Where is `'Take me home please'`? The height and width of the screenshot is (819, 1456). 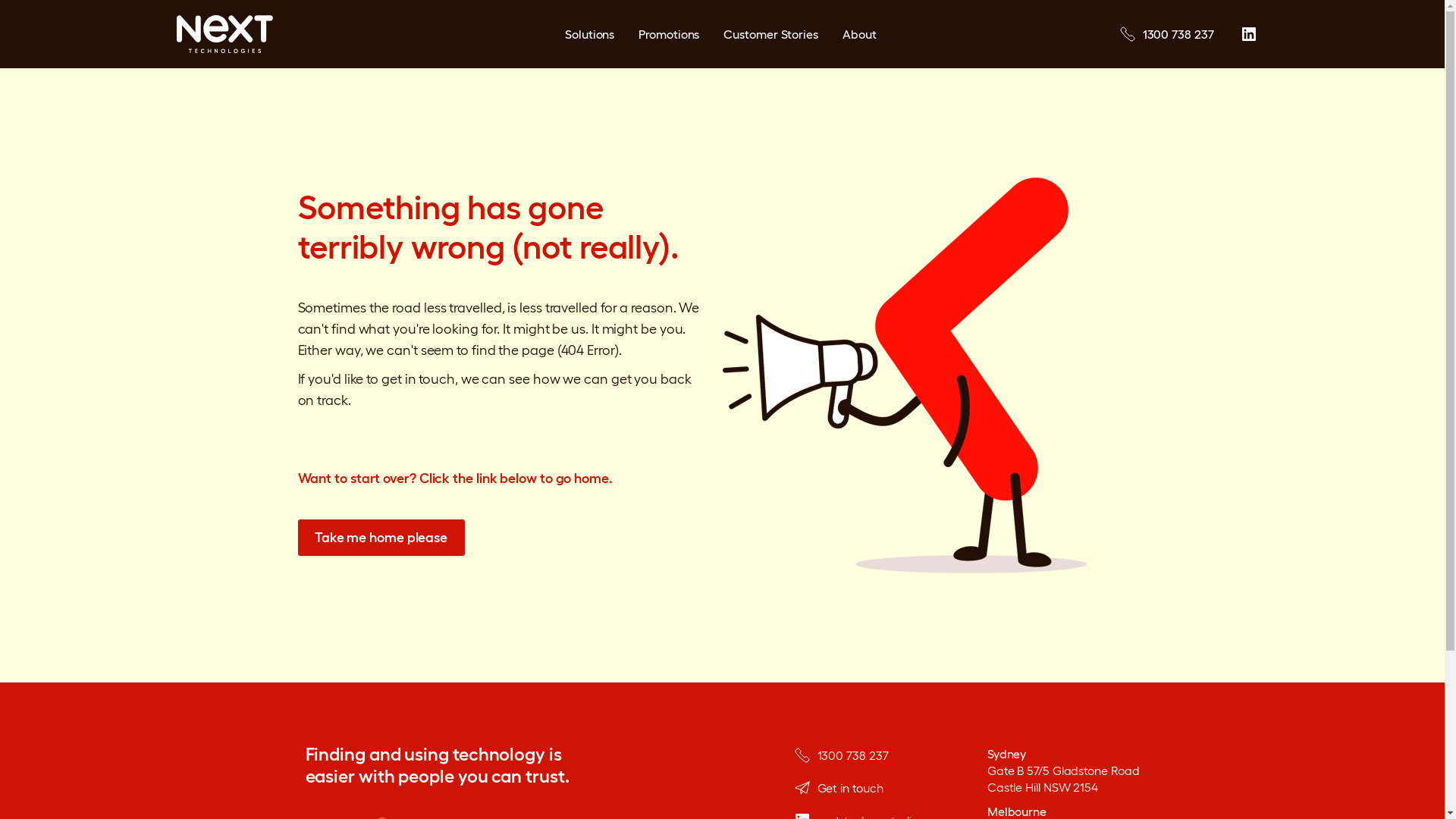 'Take me home please' is located at coordinates (381, 536).